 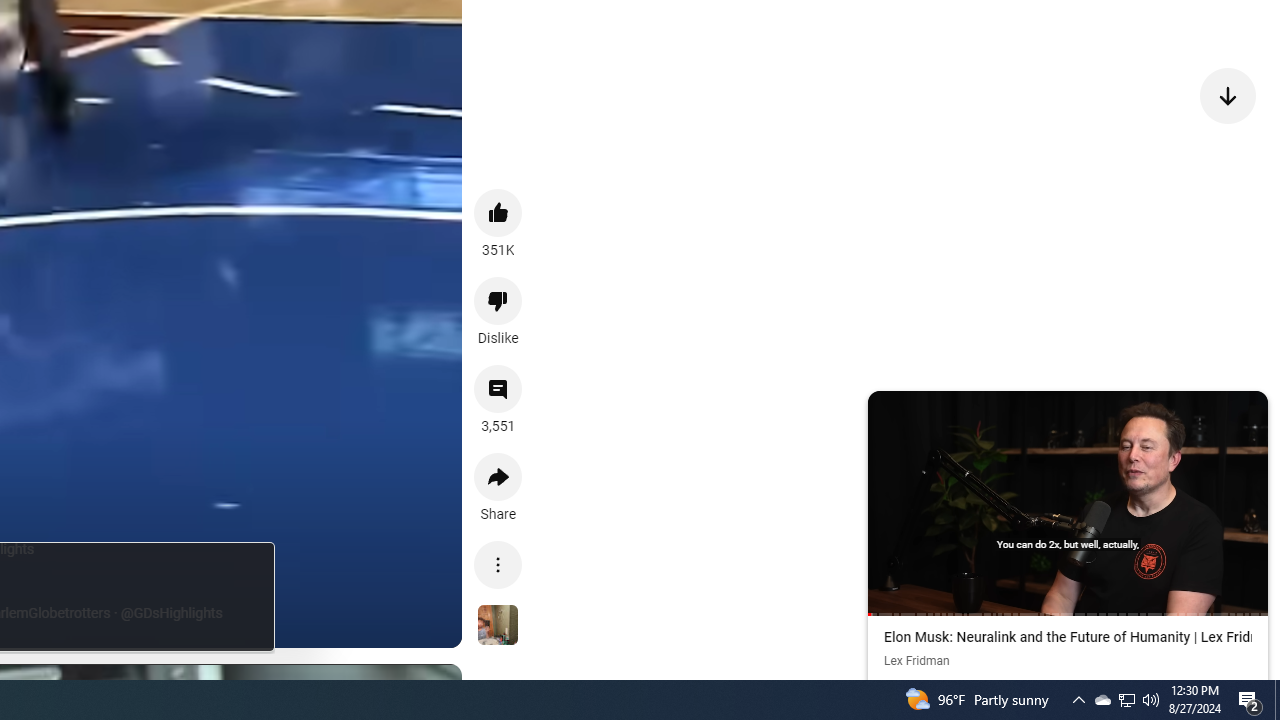 What do you see at coordinates (498, 477) in the screenshot?
I see `'Share'` at bounding box center [498, 477].